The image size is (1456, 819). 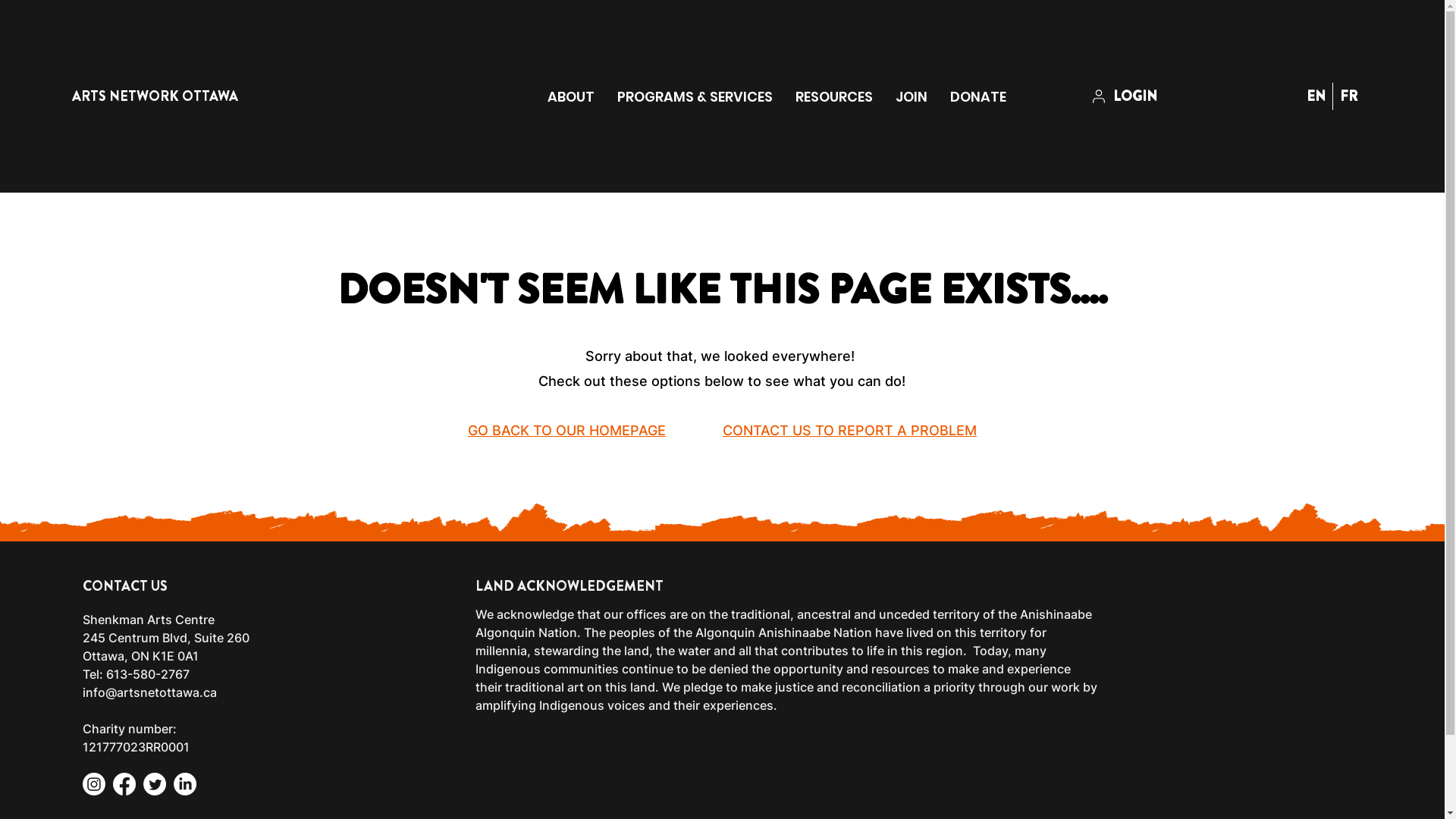 I want to click on 'DONATE', so click(x=978, y=96).